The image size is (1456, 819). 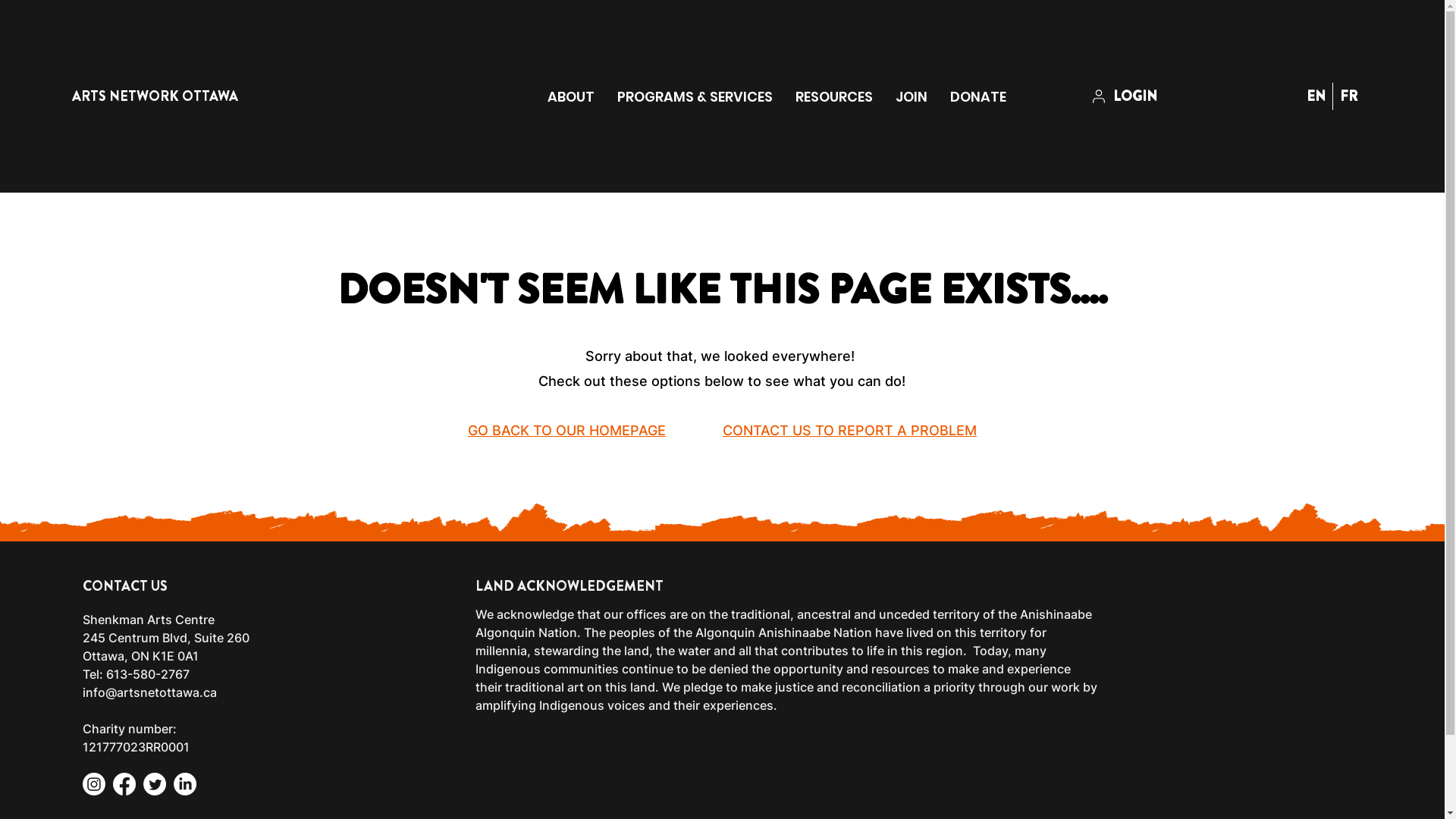 I want to click on 'DONATE', so click(x=978, y=96).